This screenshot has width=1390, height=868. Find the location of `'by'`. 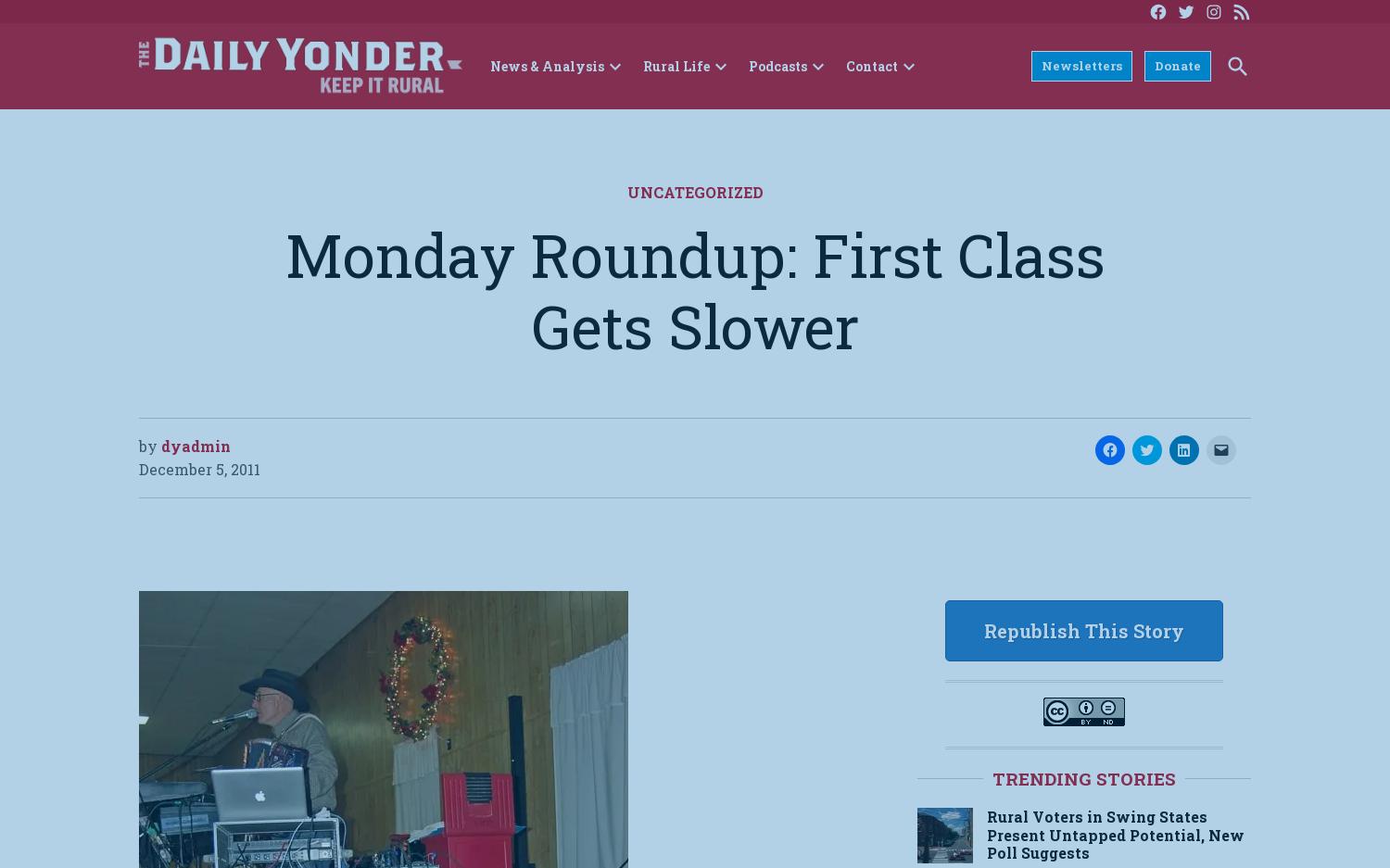

'by' is located at coordinates (148, 445).